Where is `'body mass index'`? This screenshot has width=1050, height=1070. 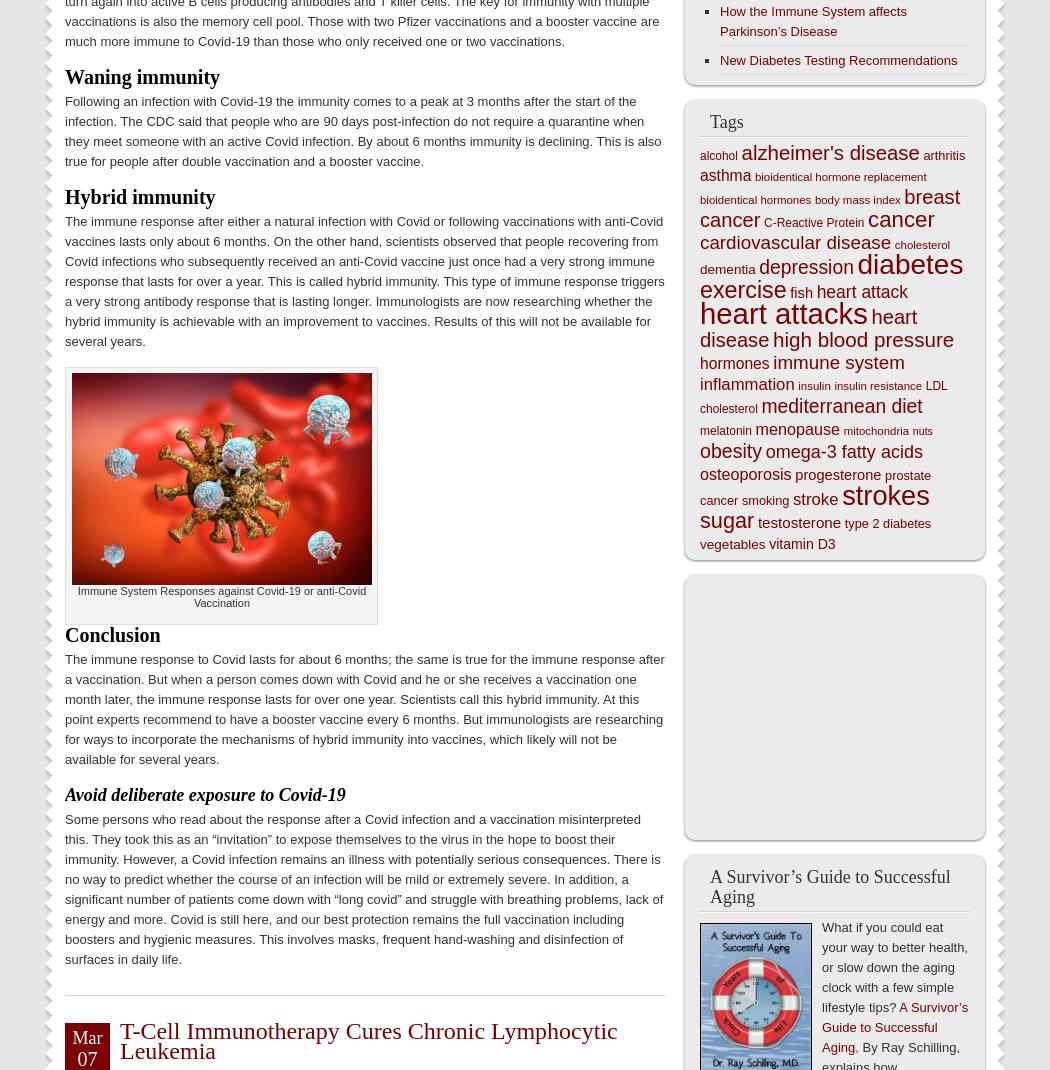 'body mass index' is located at coordinates (857, 198).